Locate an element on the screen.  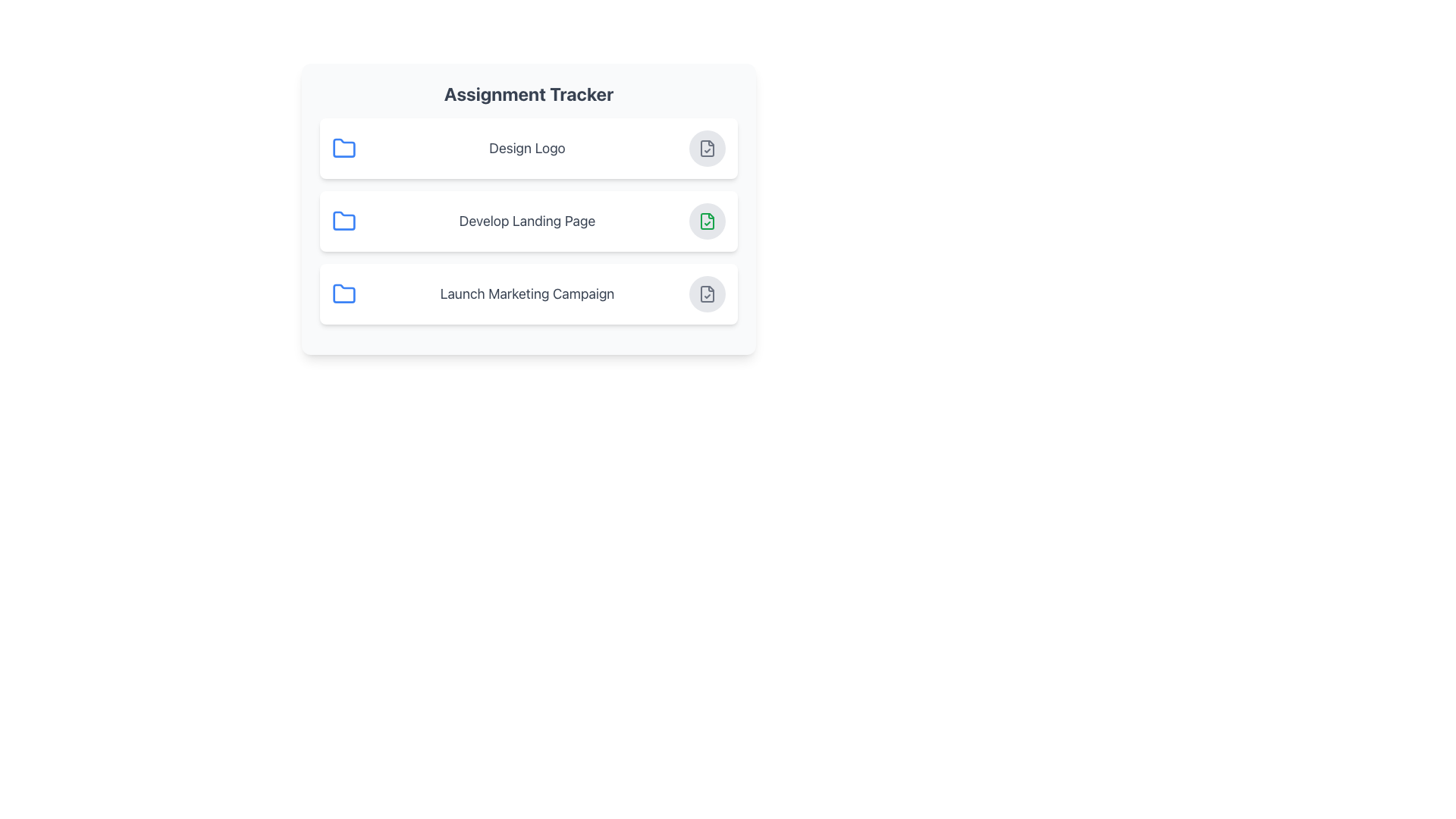
the graphic icon indicating completion or approval of the 'Design Logo' task is located at coordinates (706, 149).